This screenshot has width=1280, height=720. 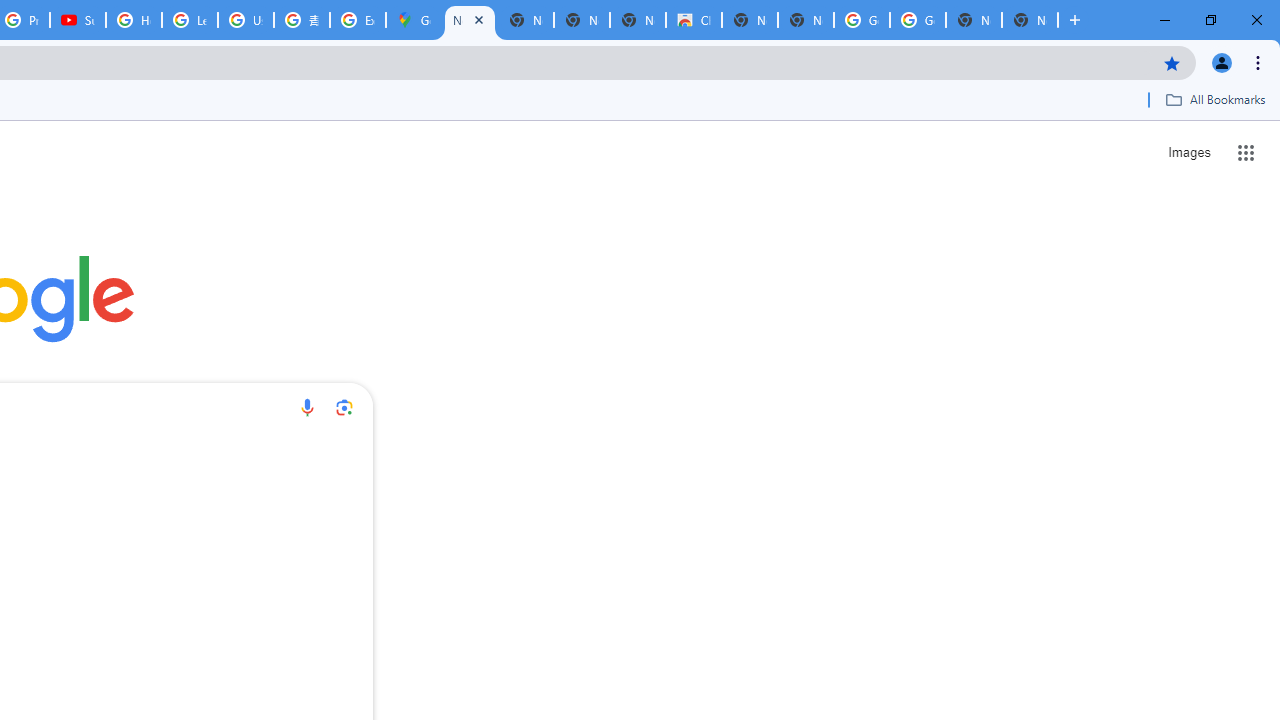 I want to click on 'Google Maps', so click(x=413, y=20).